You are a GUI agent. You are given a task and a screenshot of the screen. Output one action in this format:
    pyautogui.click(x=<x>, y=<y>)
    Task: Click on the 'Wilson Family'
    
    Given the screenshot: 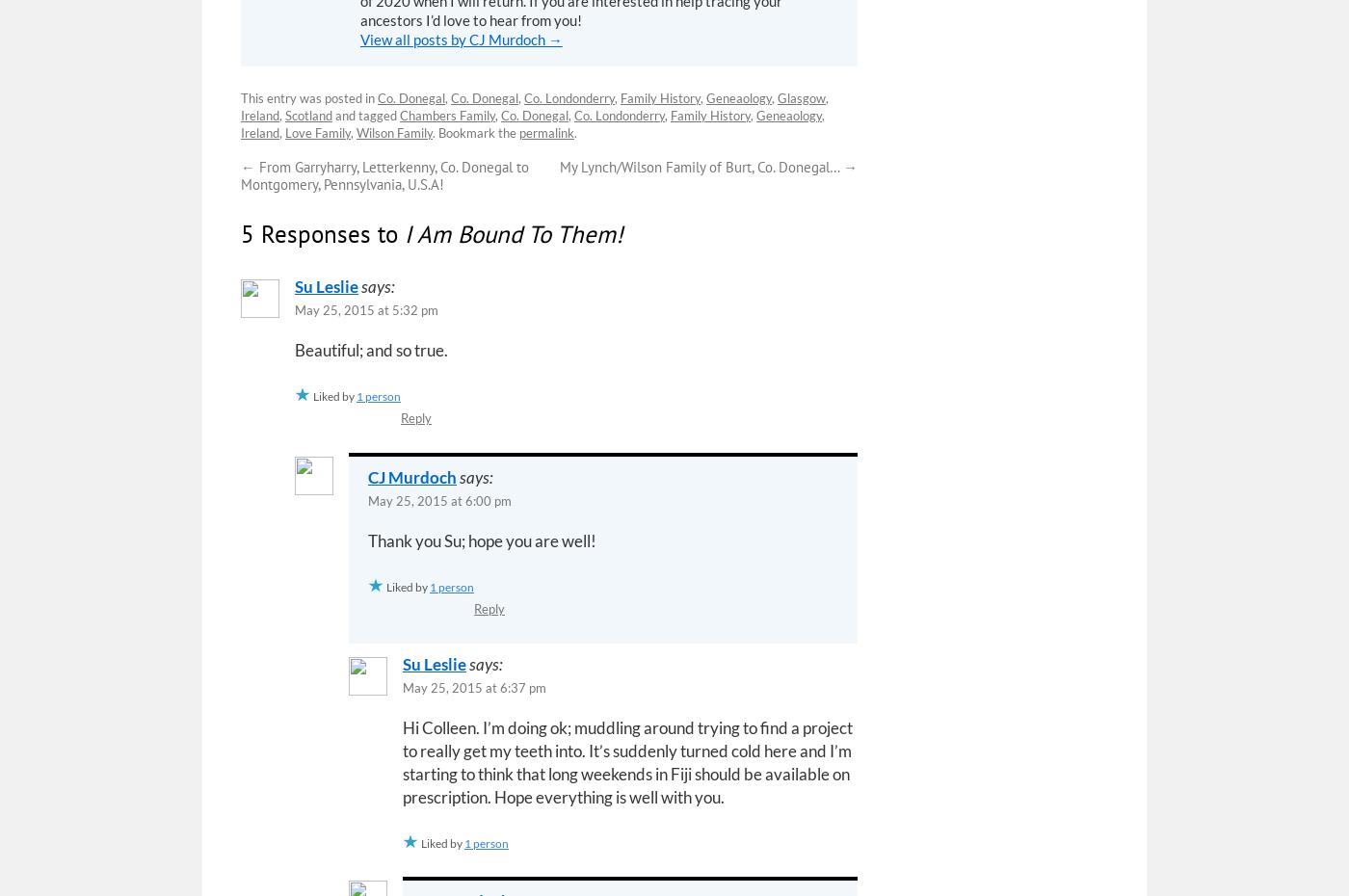 What is the action you would take?
    pyautogui.click(x=394, y=131)
    